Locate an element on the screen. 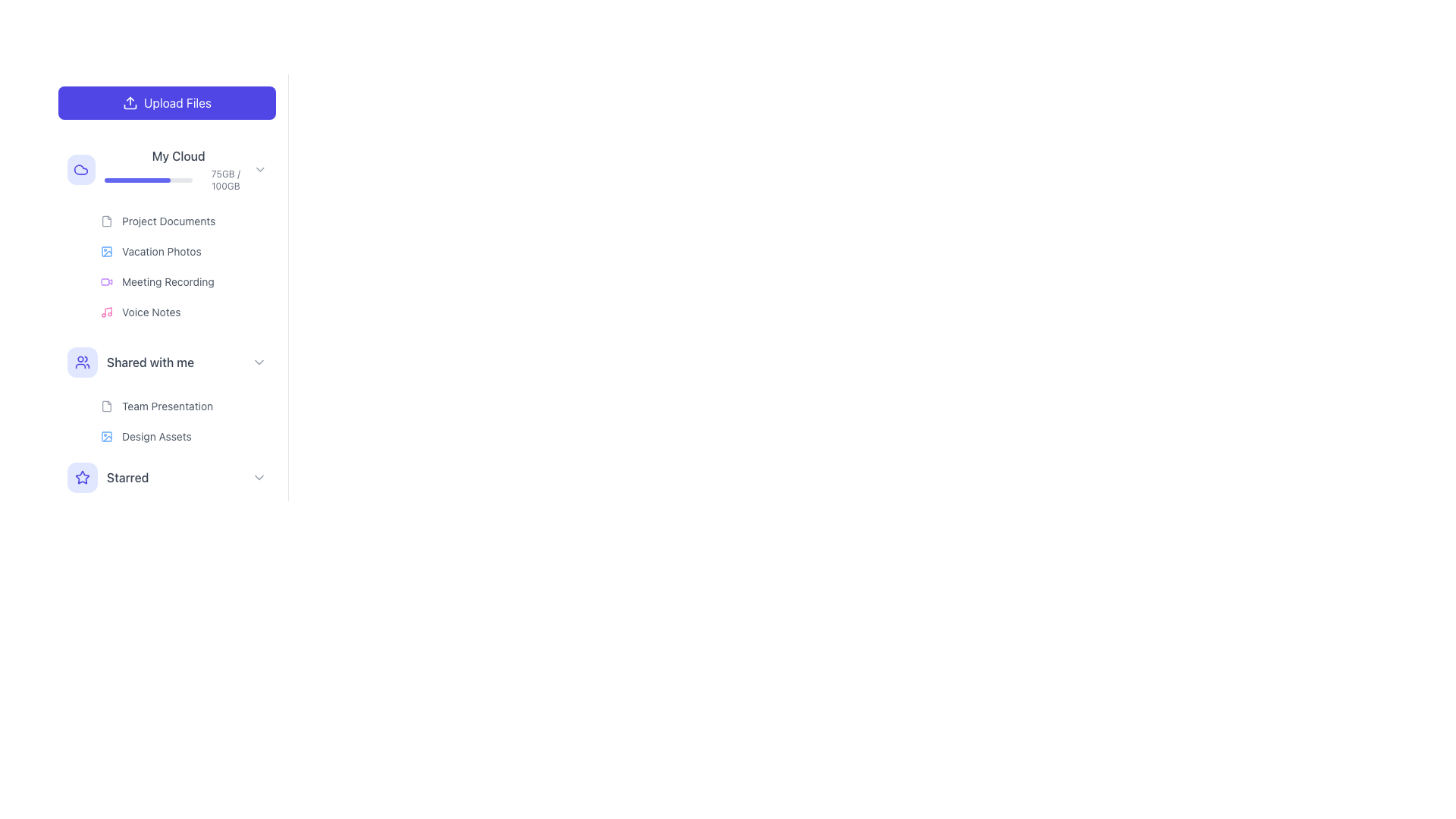 Image resolution: width=1456 pixels, height=819 pixels. the 'Project Documents' text label located under the 'My Cloud' section, which is visually associated with a document icon is located at coordinates (168, 221).